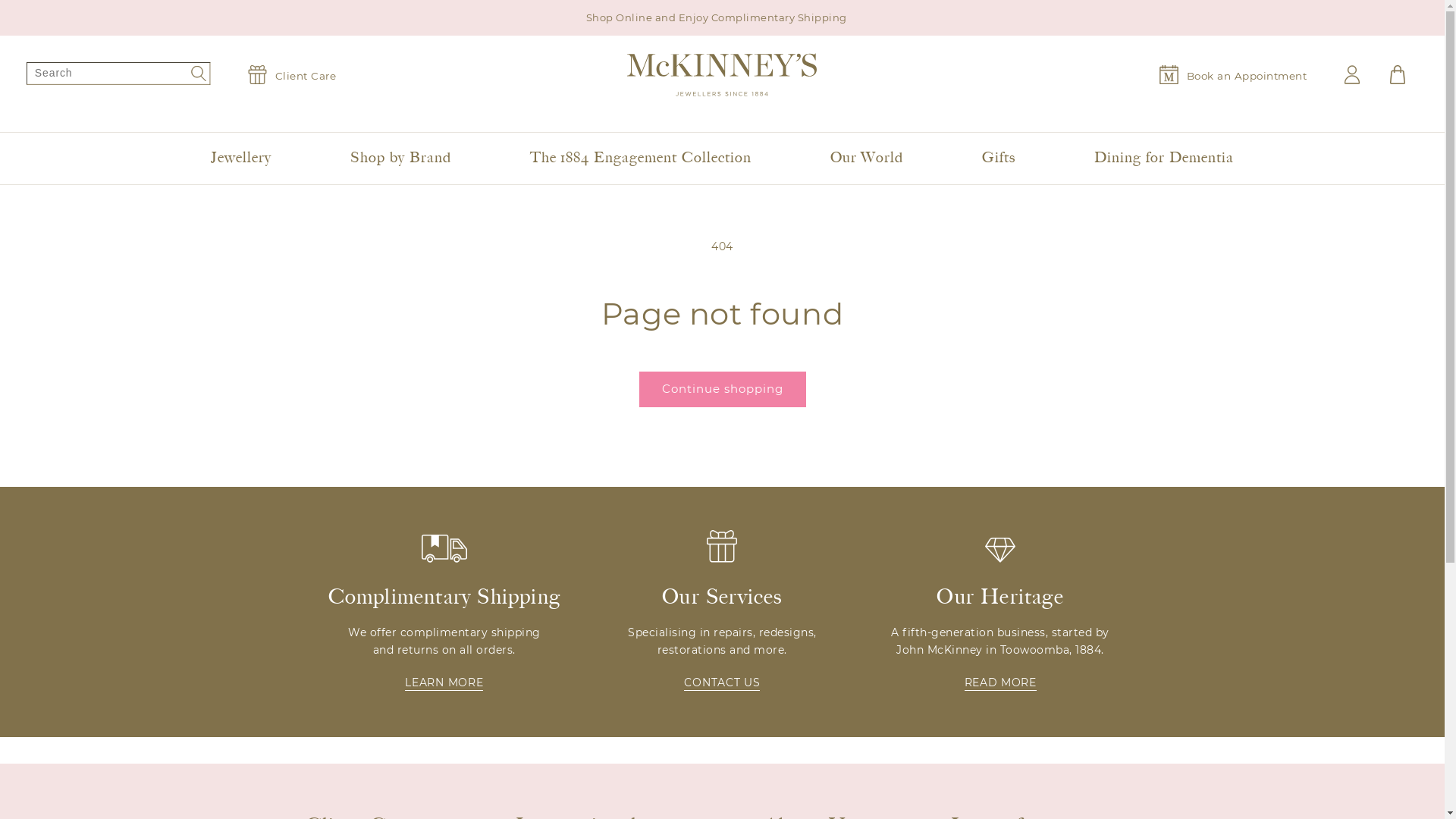 The height and width of the screenshot is (819, 1456). Describe the element at coordinates (291, 74) in the screenshot. I see `'Client Care'` at that location.